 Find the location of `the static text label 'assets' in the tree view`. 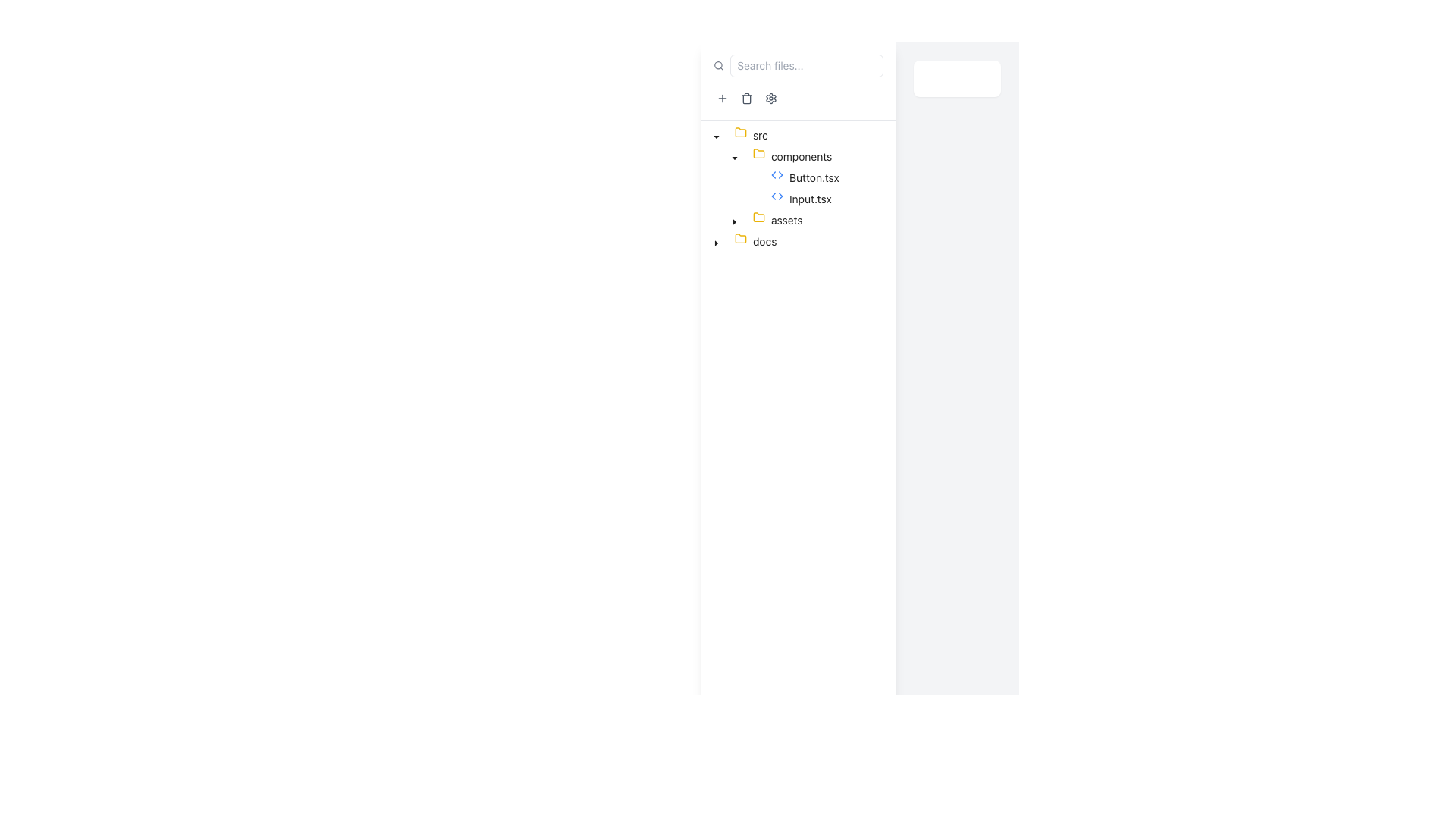

the static text label 'assets' in the tree view is located at coordinates (786, 220).